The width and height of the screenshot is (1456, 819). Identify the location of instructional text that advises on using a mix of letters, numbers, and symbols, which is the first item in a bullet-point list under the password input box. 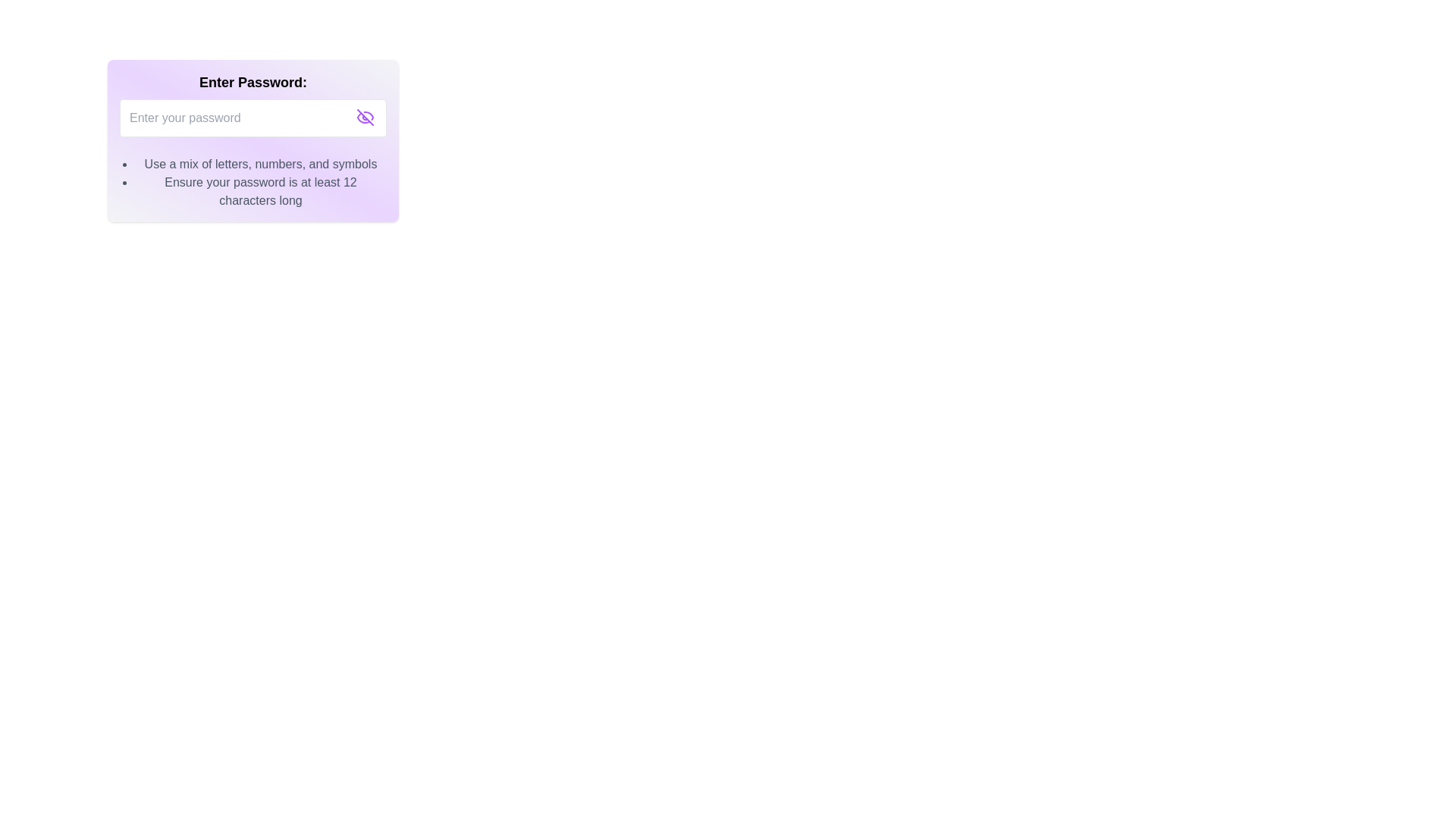
(261, 164).